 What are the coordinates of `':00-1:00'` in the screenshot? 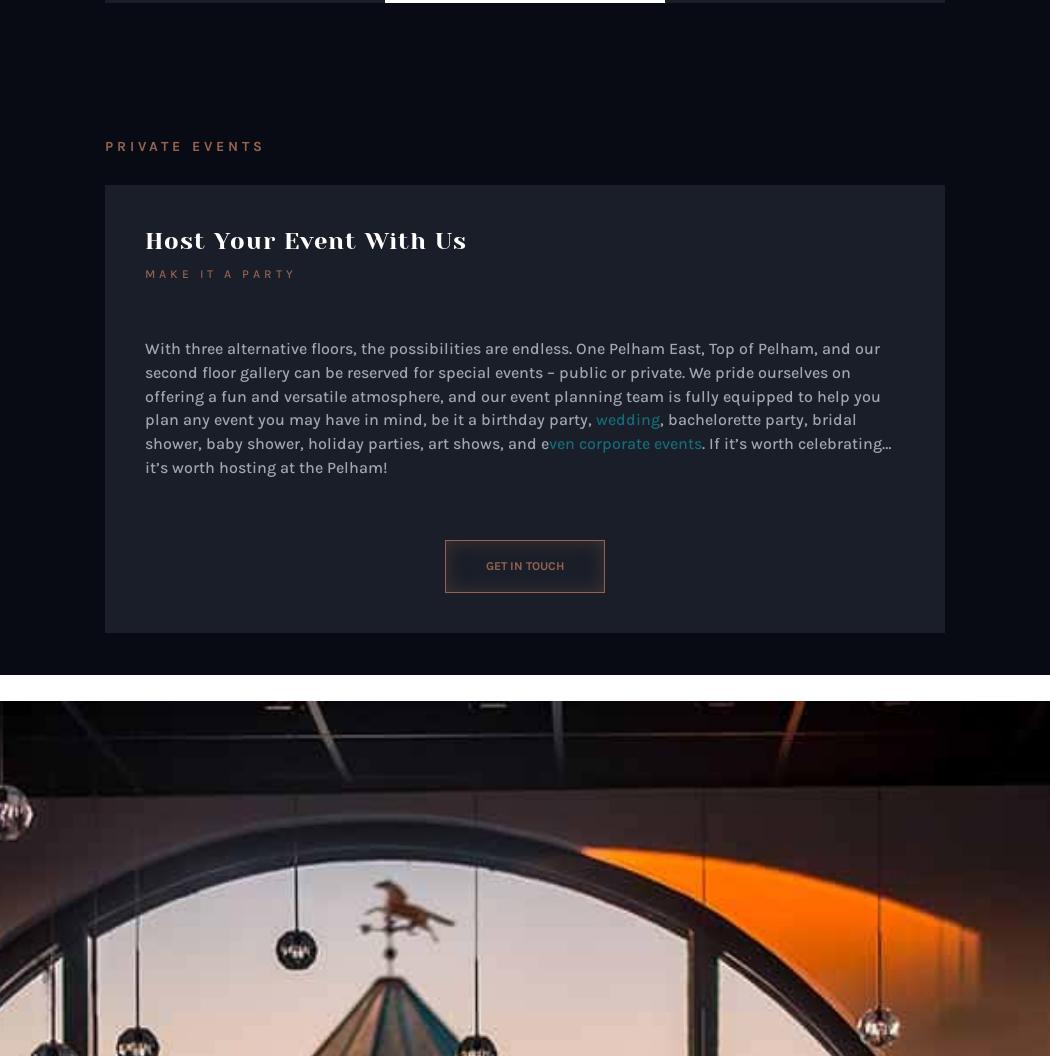 It's located at (229, 1023).